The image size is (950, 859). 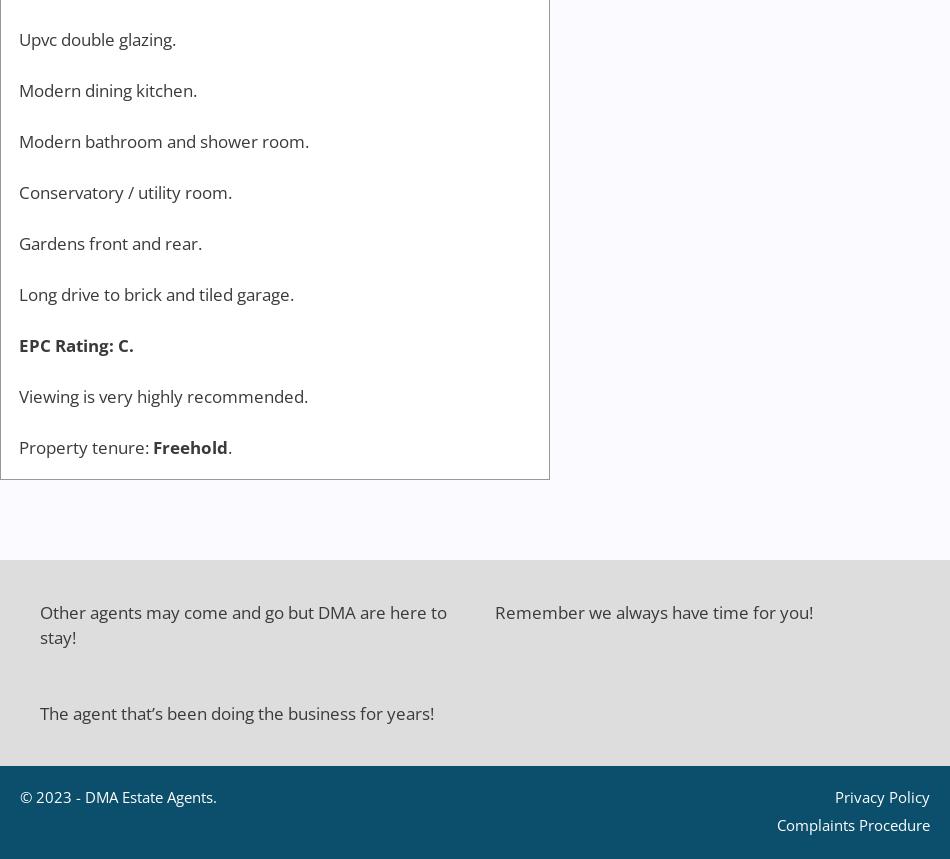 I want to click on 'Remember we always have time for you!', so click(x=653, y=611).